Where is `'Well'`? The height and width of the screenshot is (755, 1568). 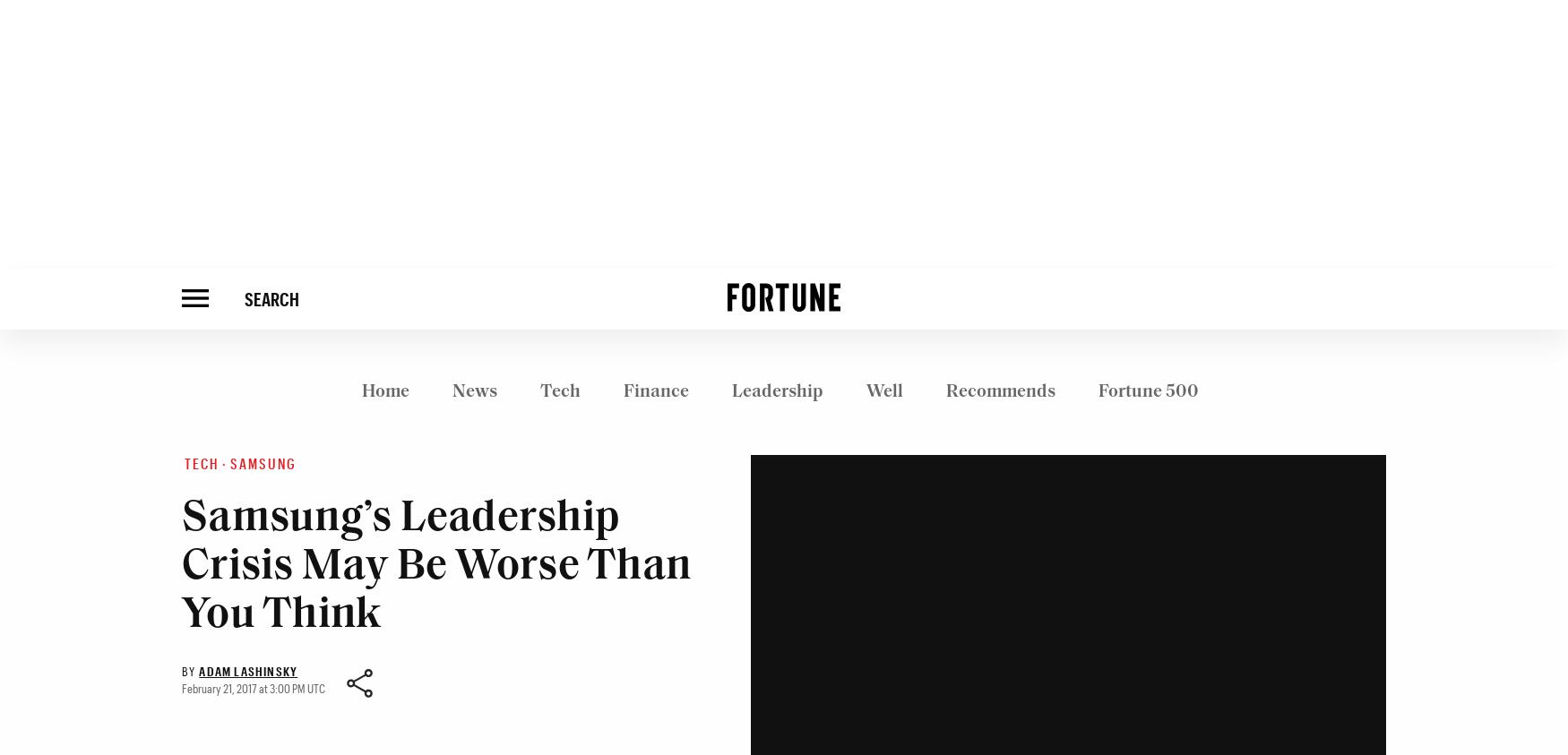 'Well' is located at coordinates (884, 391).